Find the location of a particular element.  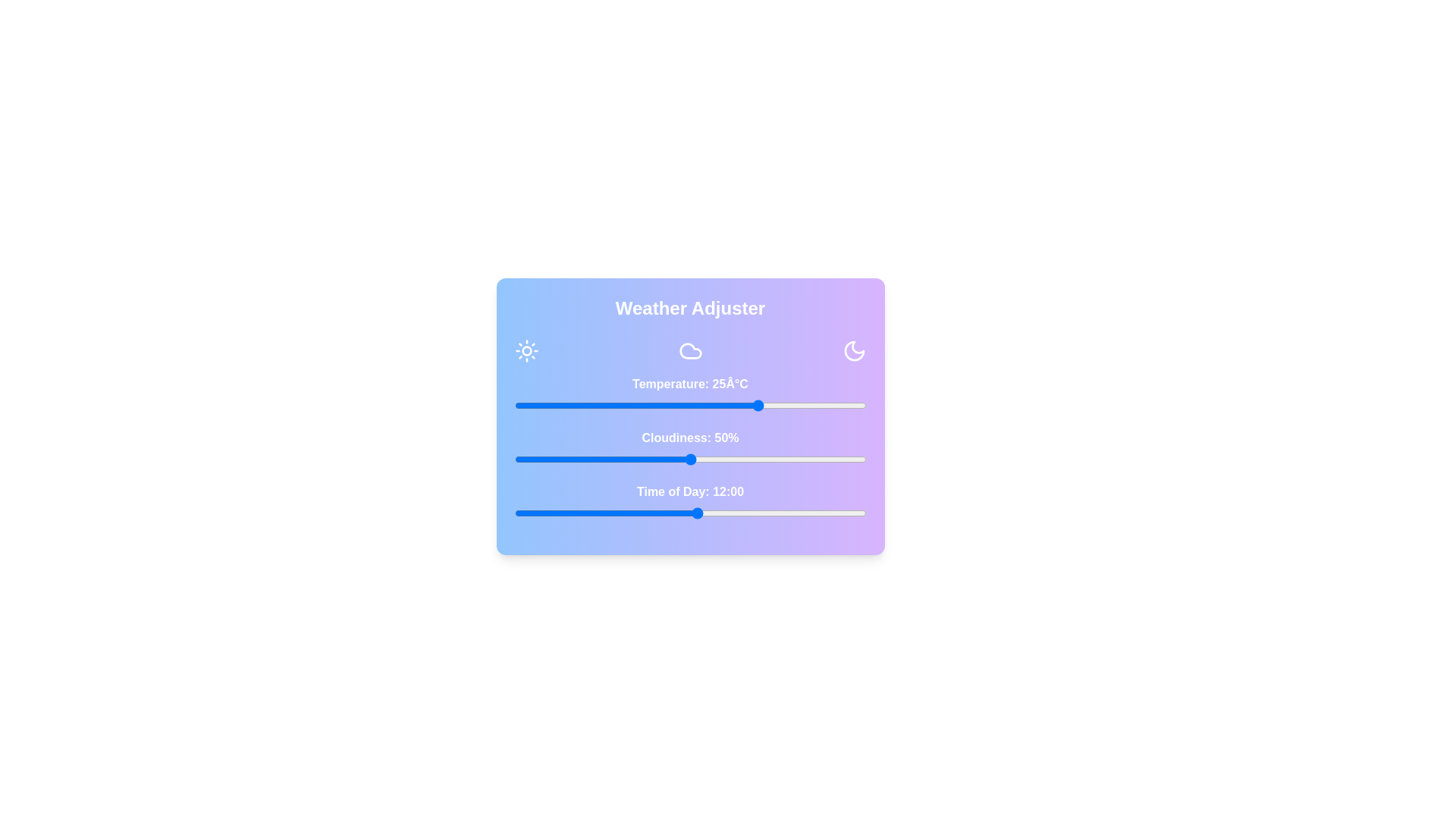

the crescent moon icon located in the top-right corner of the main card, adjacent to the title 'Weather Adjuster' is located at coordinates (854, 350).